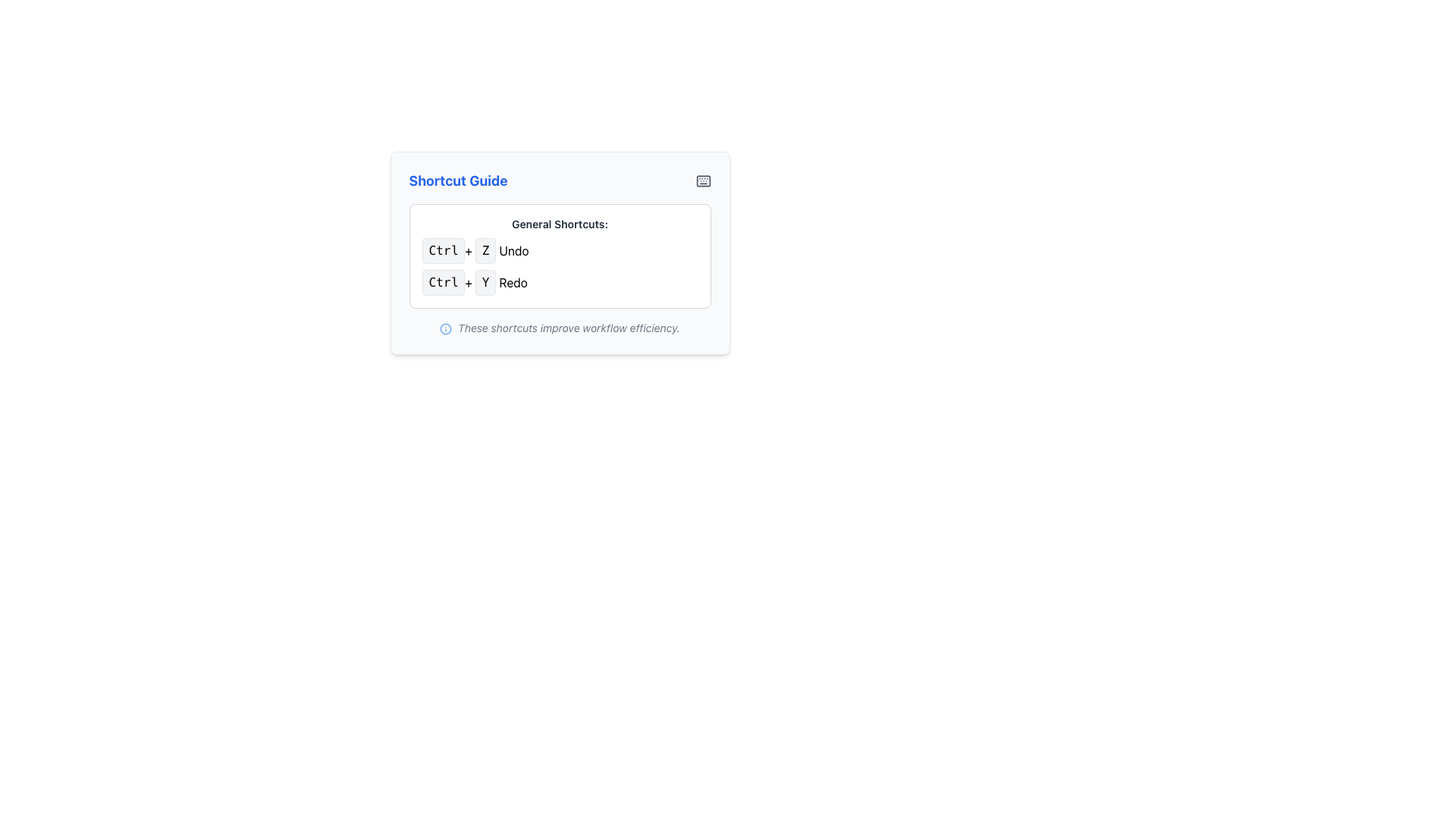 The image size is (1456, 819). I want to click on the 'Ctrl' key indicator within the 'Ctrl + Z Undo' shortcut list item, so click(442, 250).